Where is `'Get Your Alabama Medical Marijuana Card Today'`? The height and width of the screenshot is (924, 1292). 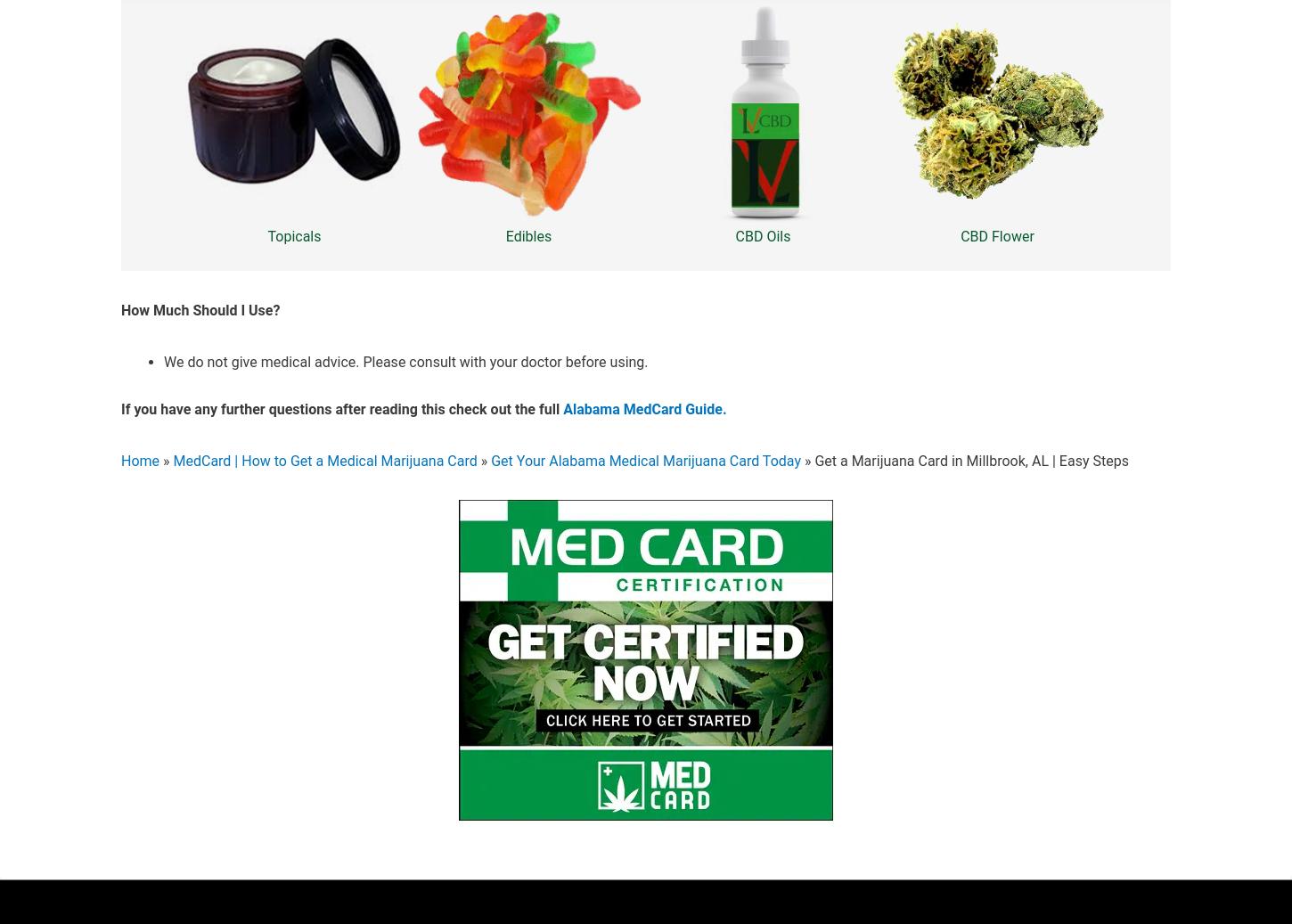
'Get Your Alabama Medical Marijuana Card Today' is located at coordinates (644, 460).